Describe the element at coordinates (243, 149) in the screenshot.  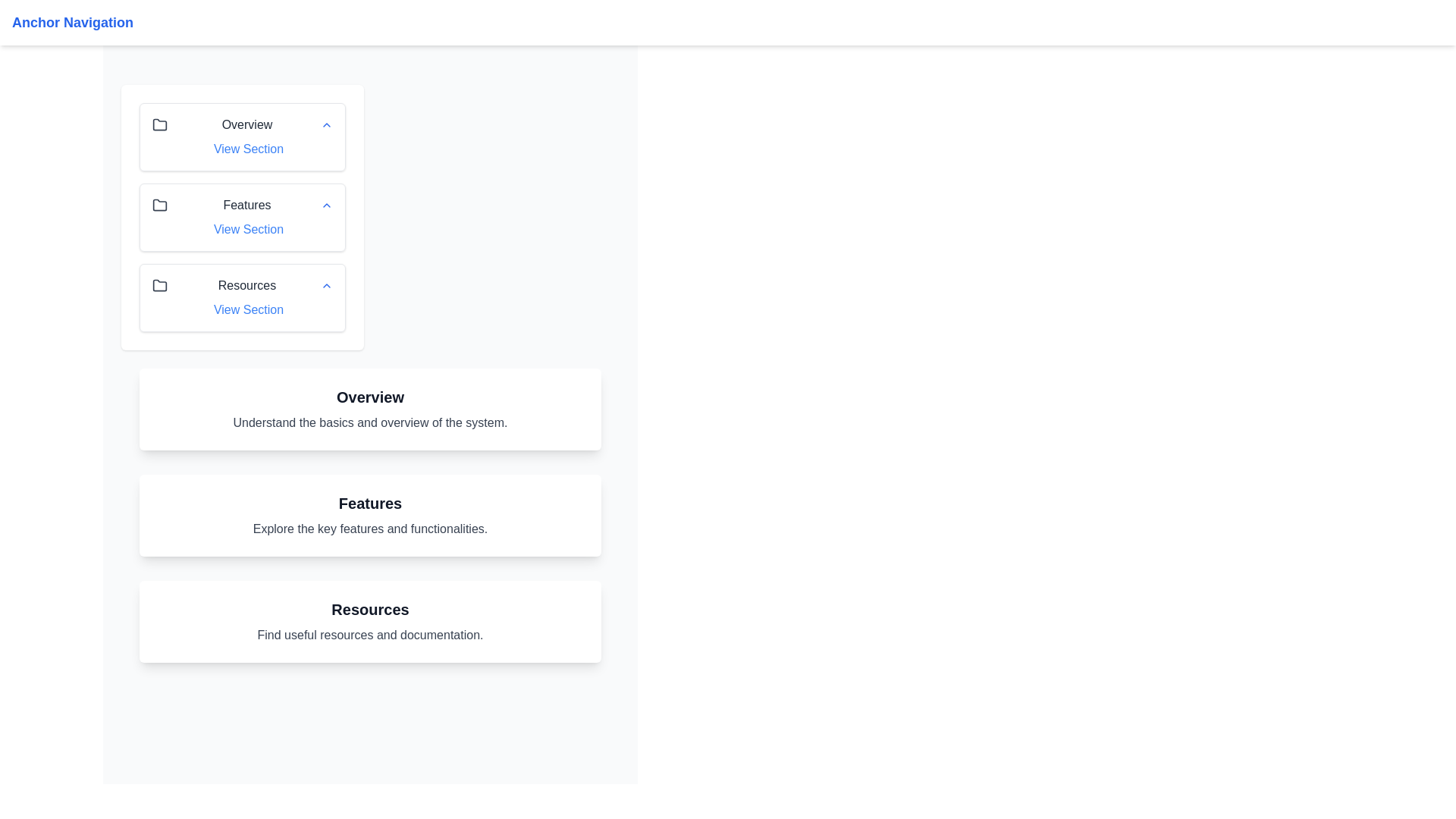
I see `the 'View Section' hyperlink, which is styled in blue and appears under the 'Overview' heading in the vertical navigation menu` at that location.